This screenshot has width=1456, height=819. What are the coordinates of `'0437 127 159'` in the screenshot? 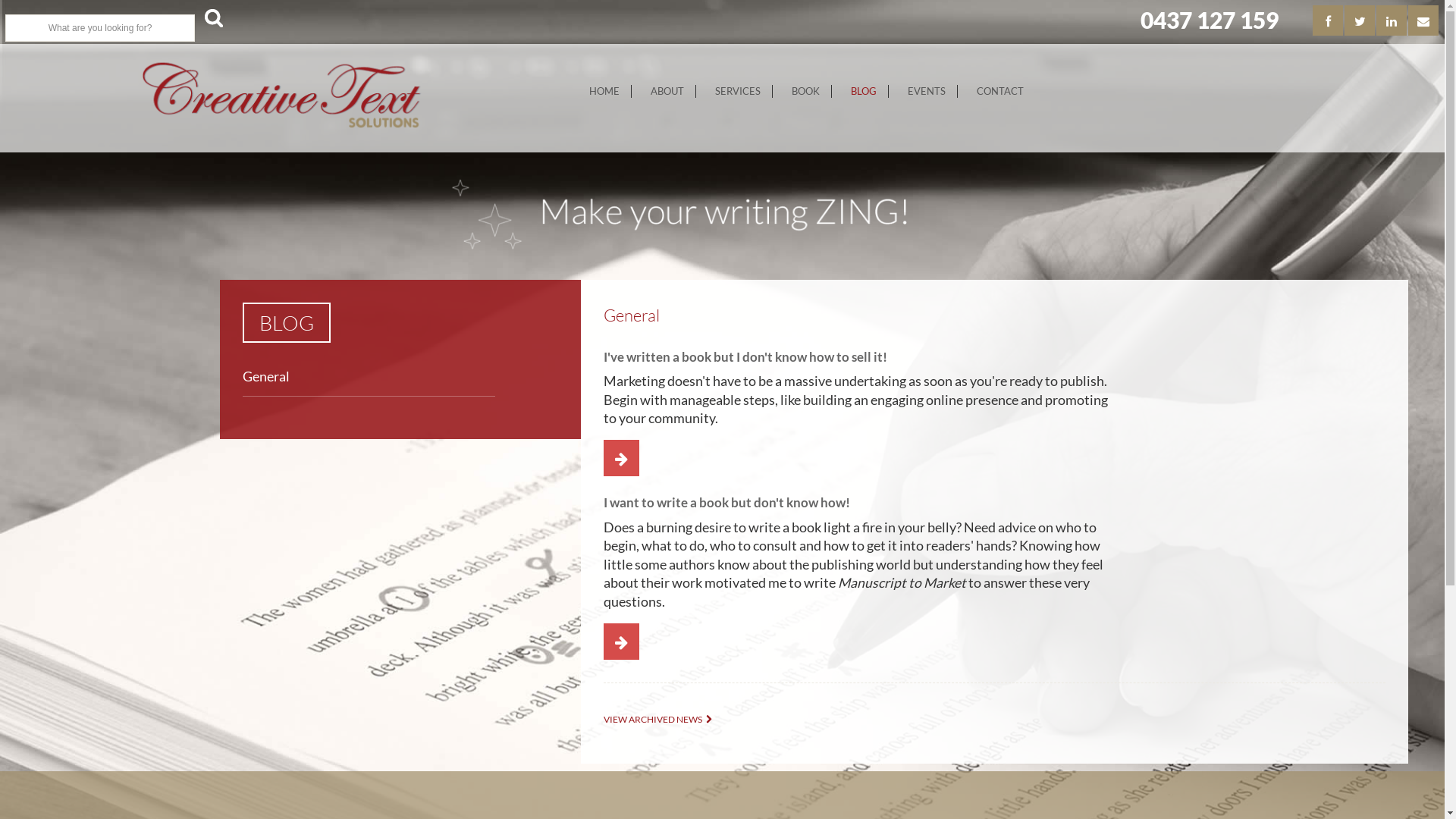 It's located at (1208, 20).